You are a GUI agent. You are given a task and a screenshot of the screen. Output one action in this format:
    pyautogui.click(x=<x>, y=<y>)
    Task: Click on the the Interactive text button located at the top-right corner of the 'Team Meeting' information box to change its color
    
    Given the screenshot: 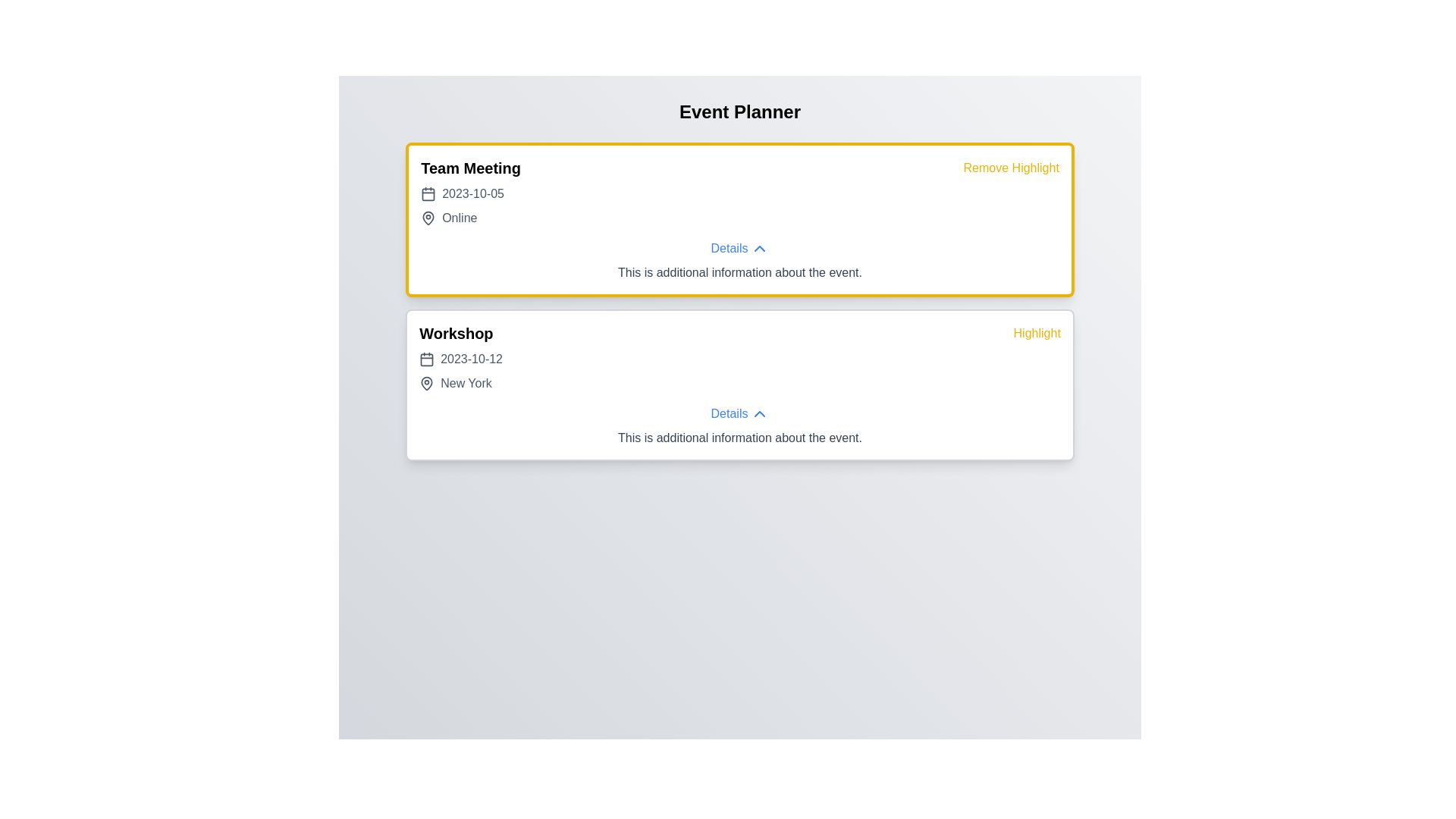 What is the action you would take?
    pyautogui.click(x=1011, y=168)
    